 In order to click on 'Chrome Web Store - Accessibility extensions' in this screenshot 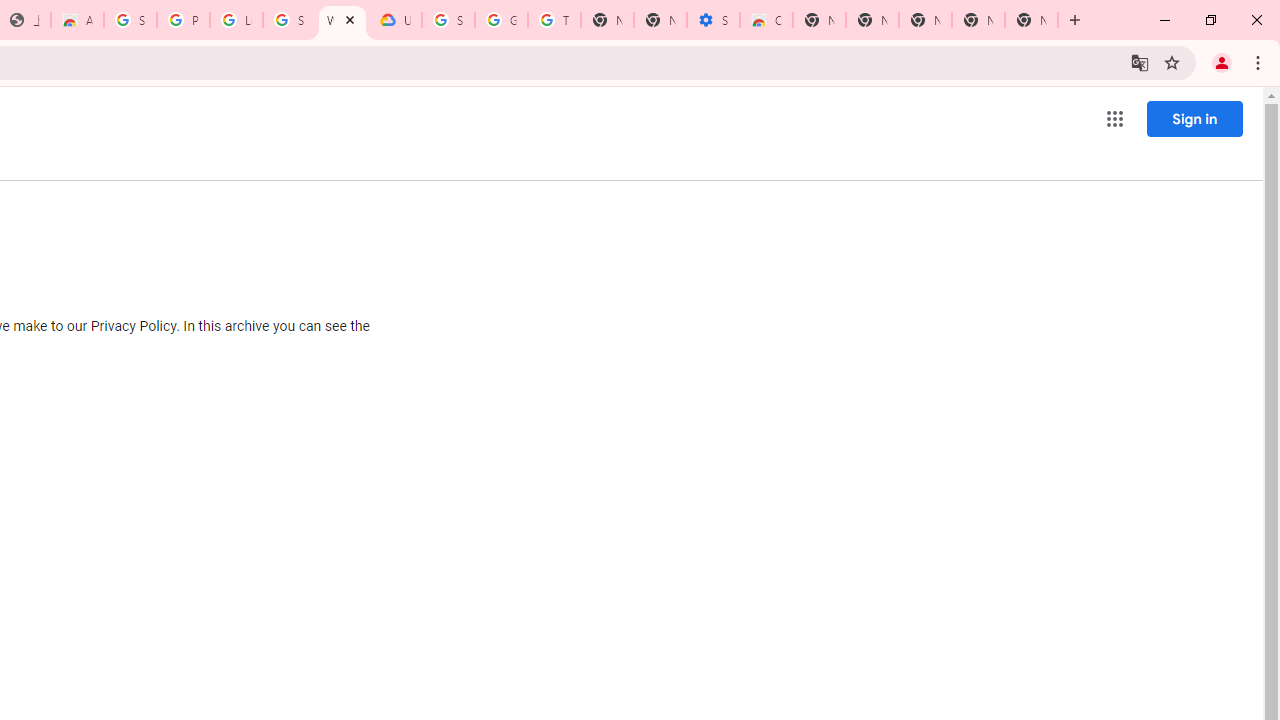, I will do `click(765, 20)`.